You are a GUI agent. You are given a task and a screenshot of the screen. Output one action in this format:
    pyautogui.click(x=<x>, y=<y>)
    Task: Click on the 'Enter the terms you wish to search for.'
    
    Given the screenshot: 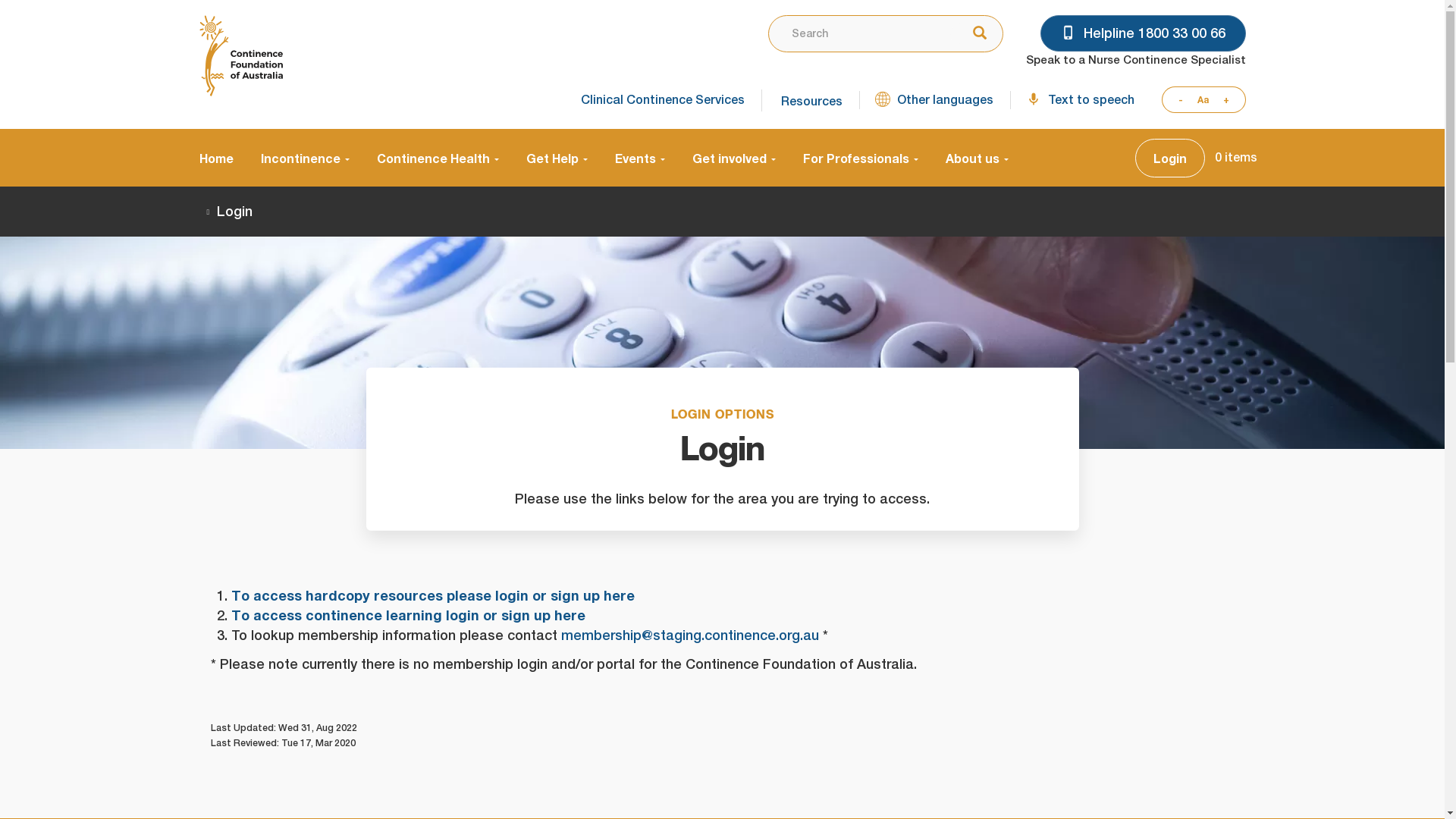 What is the action you would take?
    pyautogui.click(x=859, y=33)
    